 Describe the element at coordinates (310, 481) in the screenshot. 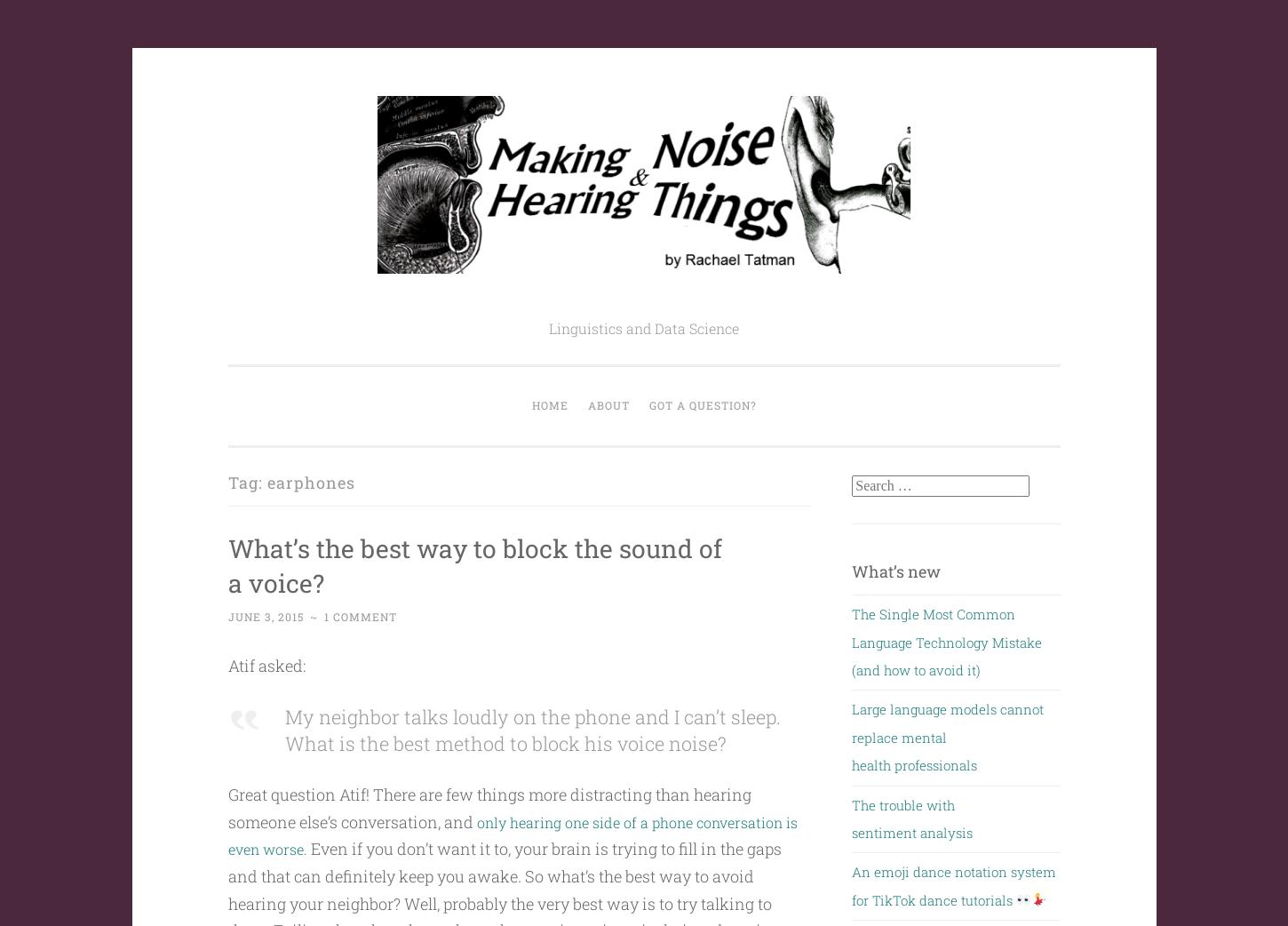

I see `'earphones'` at that location.